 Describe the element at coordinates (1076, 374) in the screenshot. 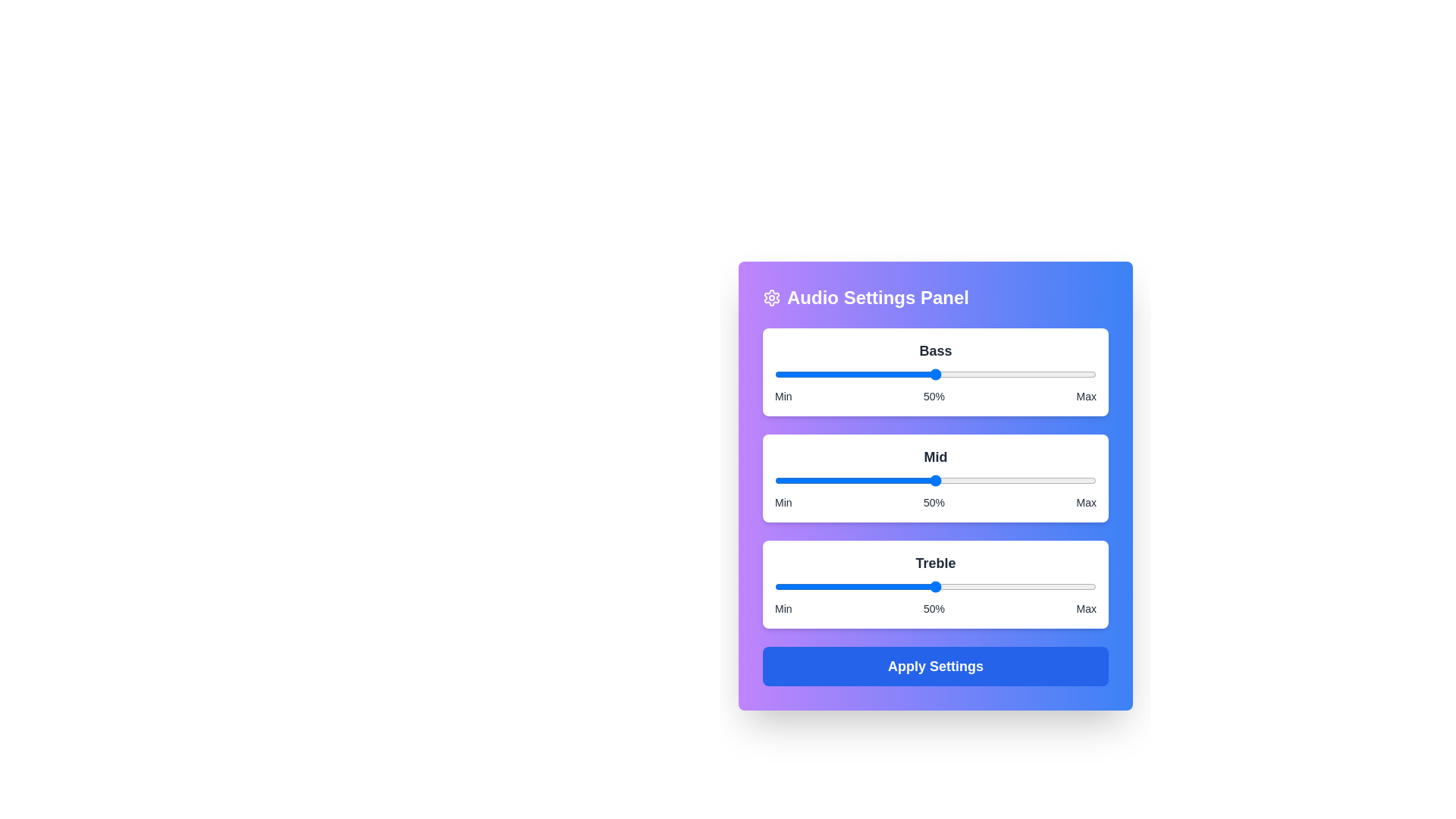

I see `the bass level` at that location.